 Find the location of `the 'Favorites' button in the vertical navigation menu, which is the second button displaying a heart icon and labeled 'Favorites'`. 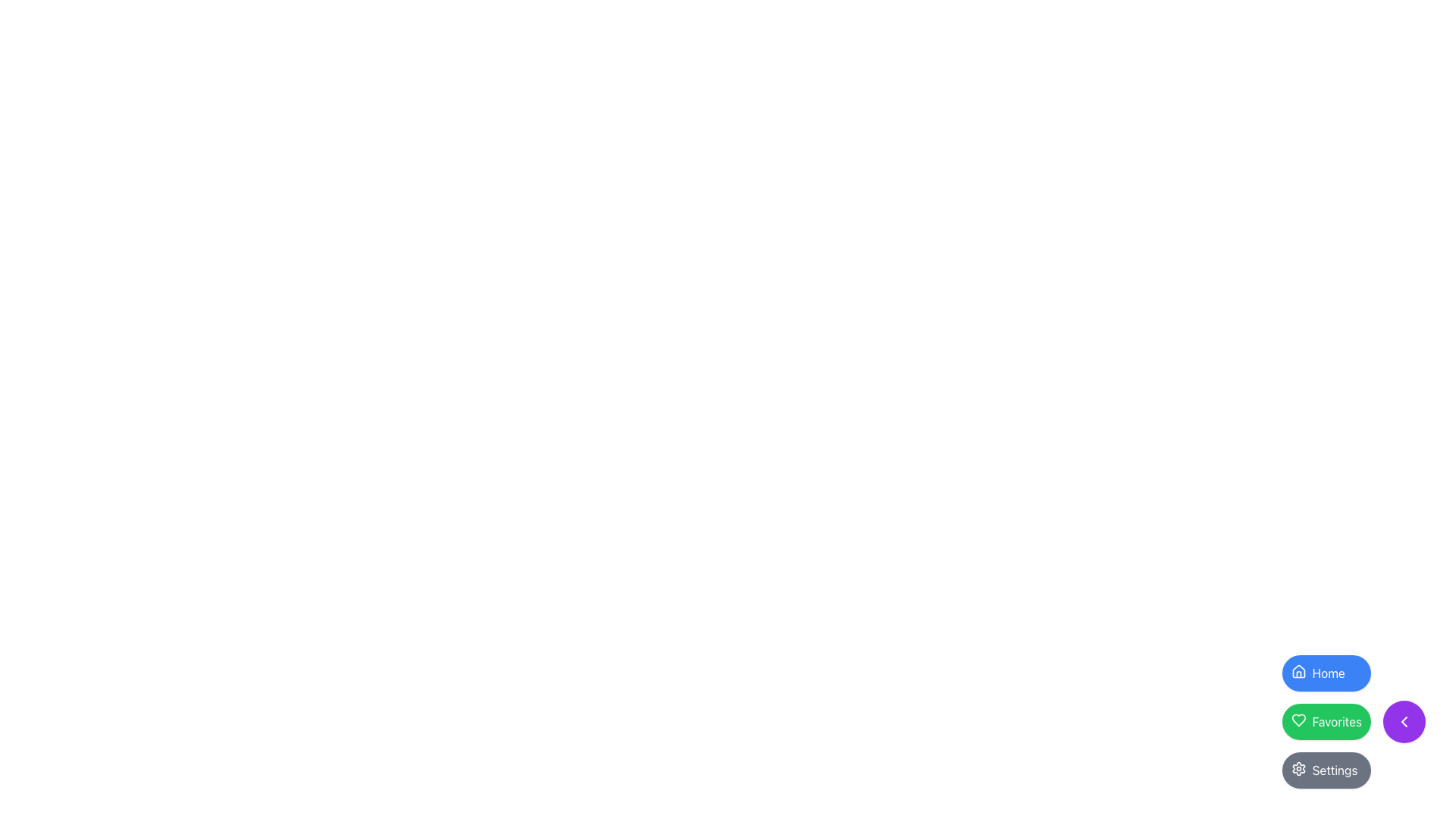

the 'Favorites' button in the vertical navigation menu, which is the second button displaying a heart icon and labeled 'Favorites' is located at coordinates (1326, 721).